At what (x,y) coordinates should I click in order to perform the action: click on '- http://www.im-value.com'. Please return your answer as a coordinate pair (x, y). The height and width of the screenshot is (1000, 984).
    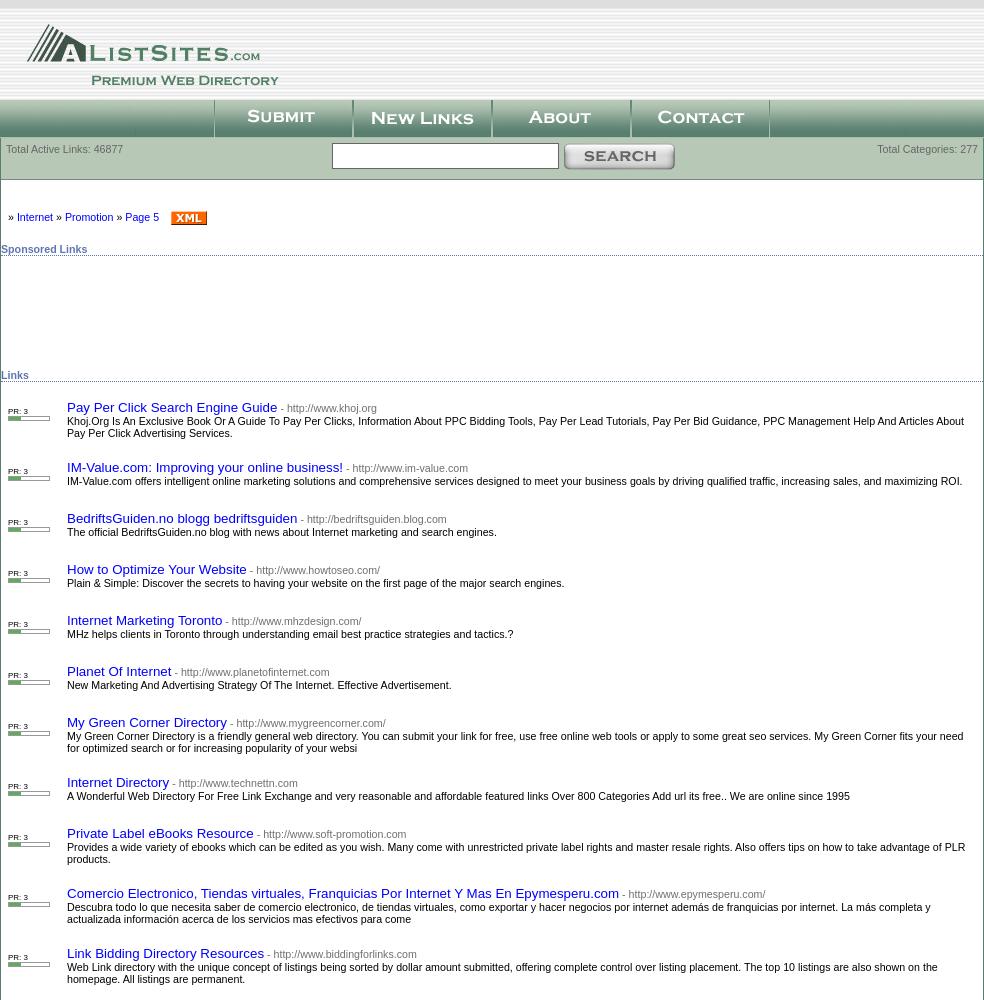
    Looking at the image, I should click on (344, 466).